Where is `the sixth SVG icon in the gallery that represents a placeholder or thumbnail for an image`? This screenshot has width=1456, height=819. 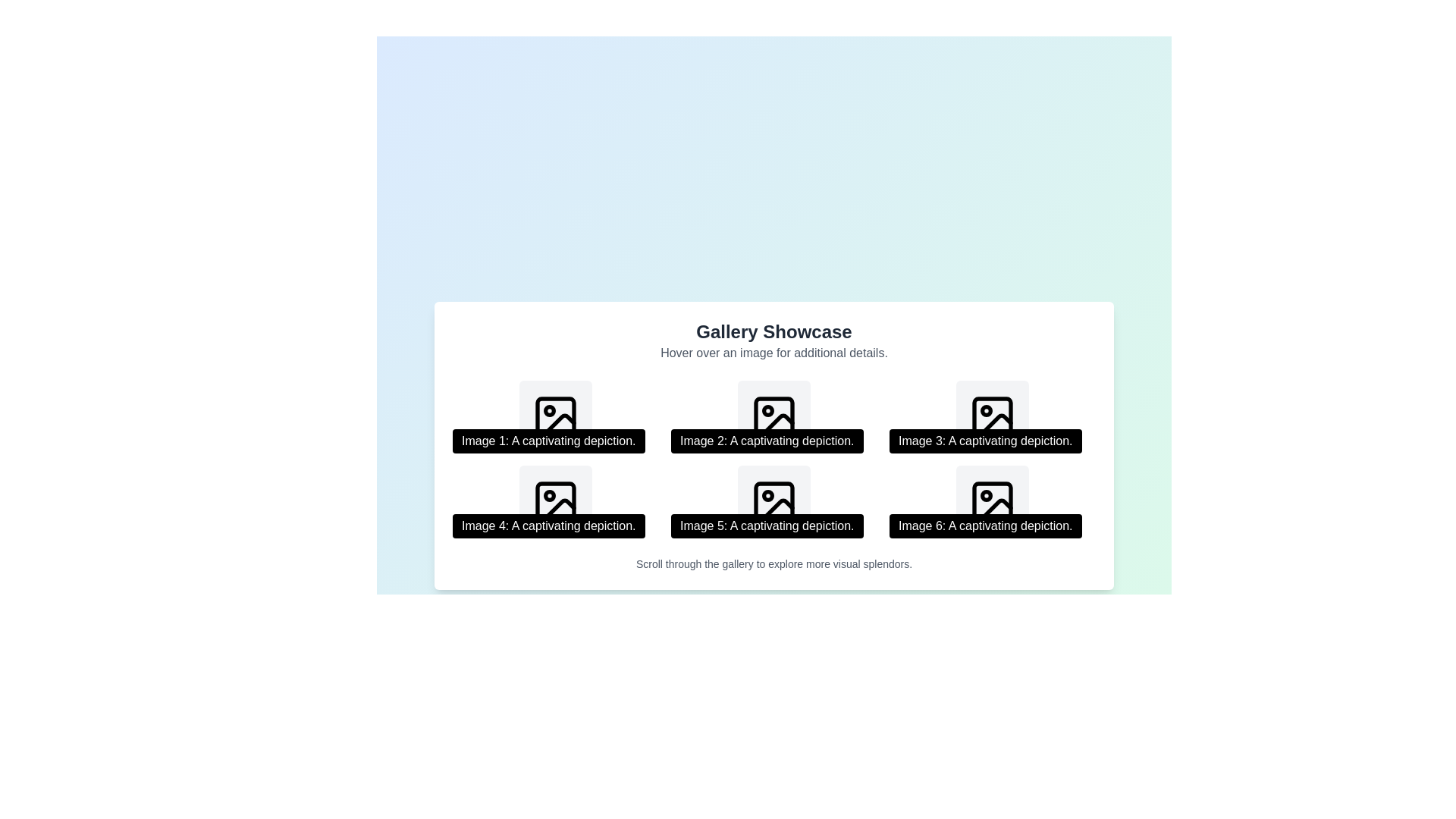
the sixth SVG icon in the gallery that represents a placeholder or thumbnail for an image is located at coordinates (993, 502).